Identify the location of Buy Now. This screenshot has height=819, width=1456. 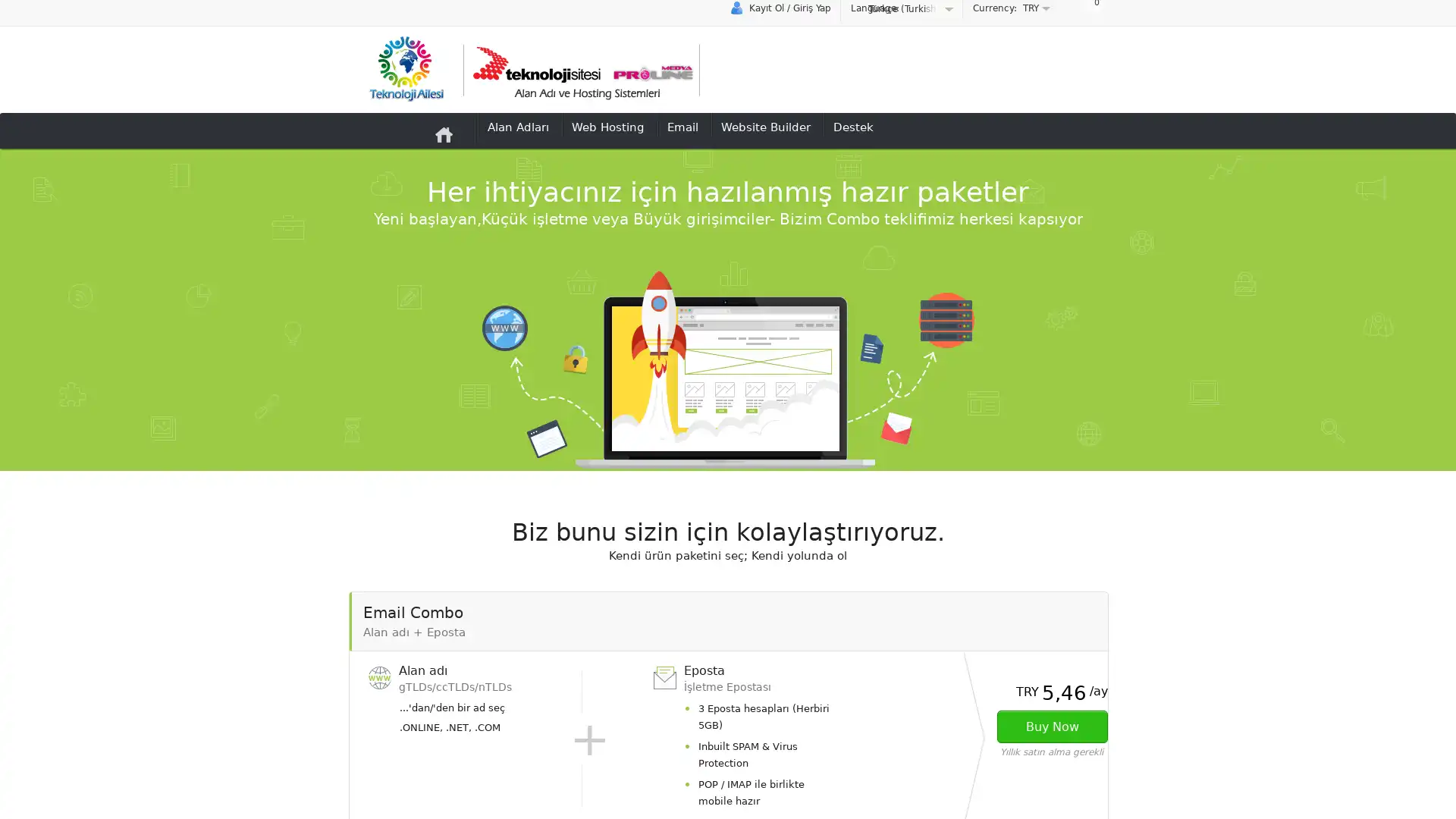
(1051, 726).